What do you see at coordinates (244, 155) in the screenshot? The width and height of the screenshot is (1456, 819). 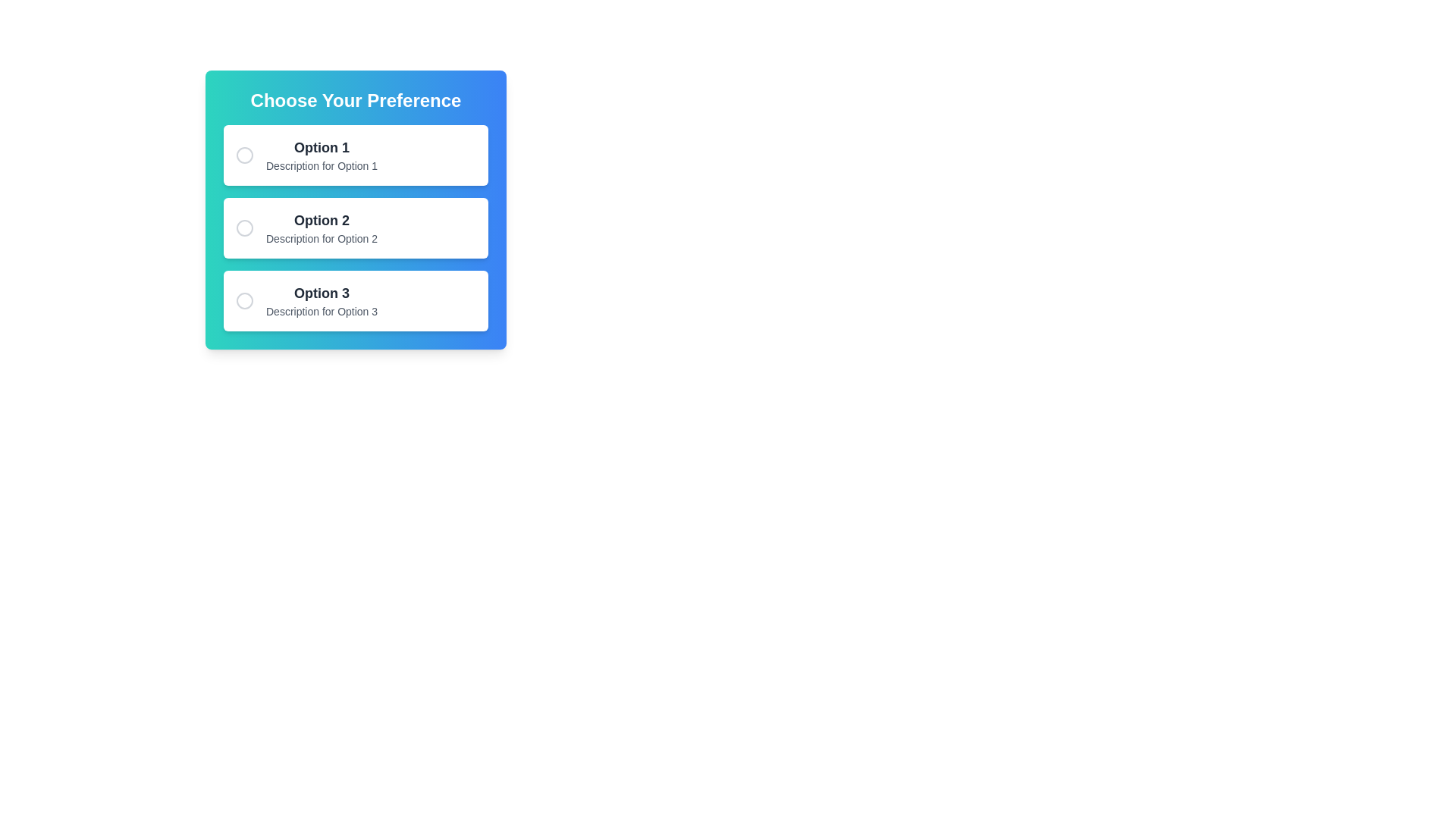 I see `the radio button for 'Option 1'` at bounding box center [244, 155].